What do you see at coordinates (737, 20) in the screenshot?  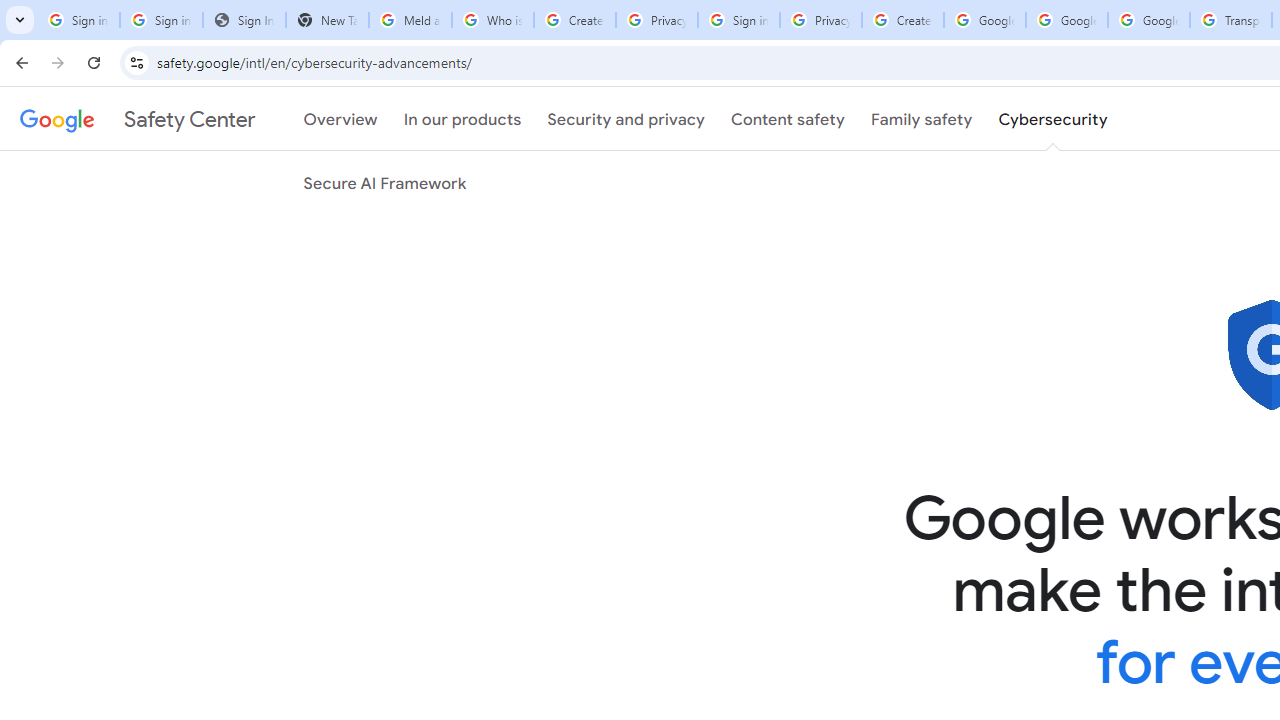 I see `'Sign in - Google Accounts'` at bounding box center [737, 20].